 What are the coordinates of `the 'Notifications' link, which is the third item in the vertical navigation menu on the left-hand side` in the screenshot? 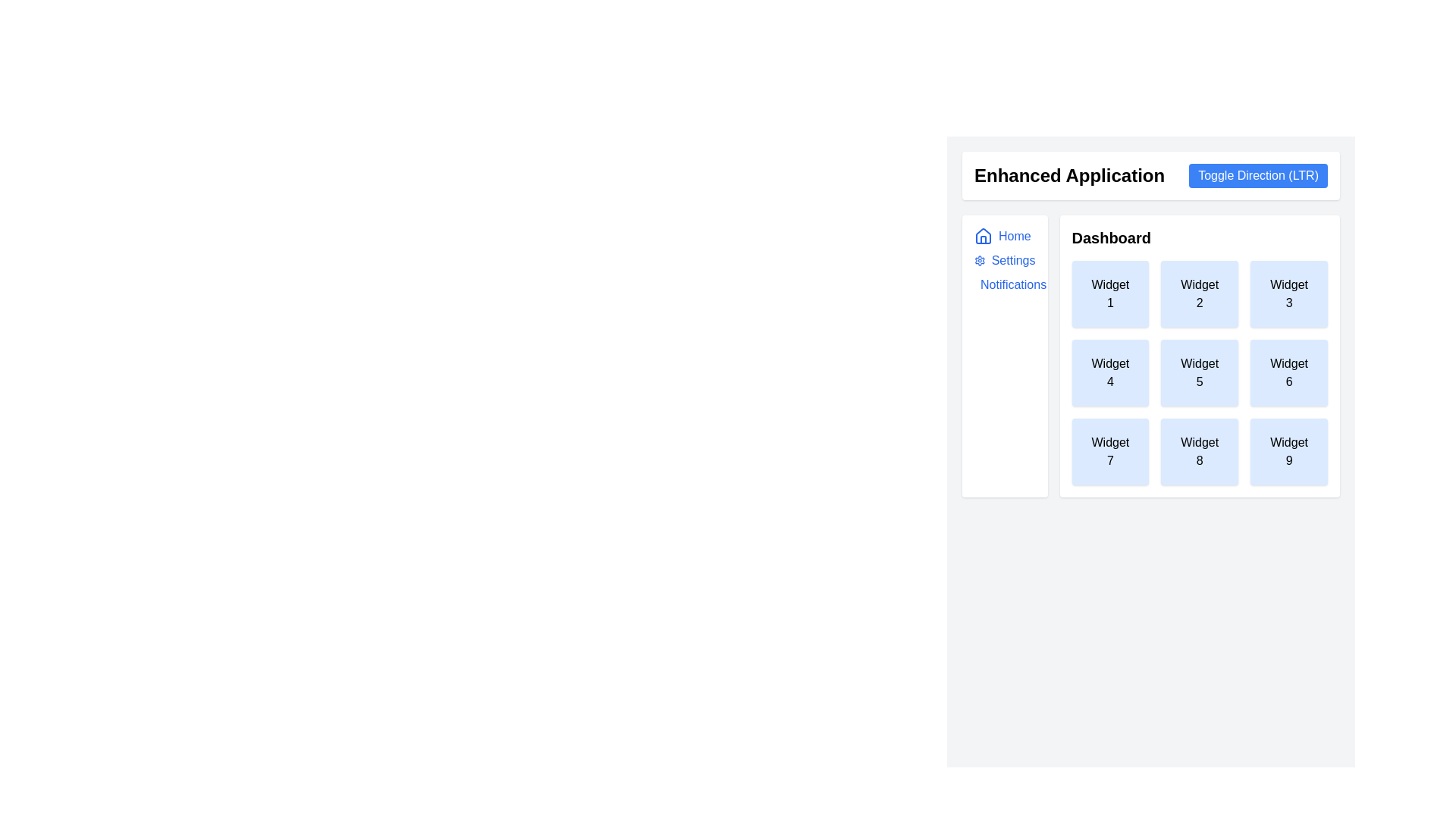 It's located at (1004, 284).